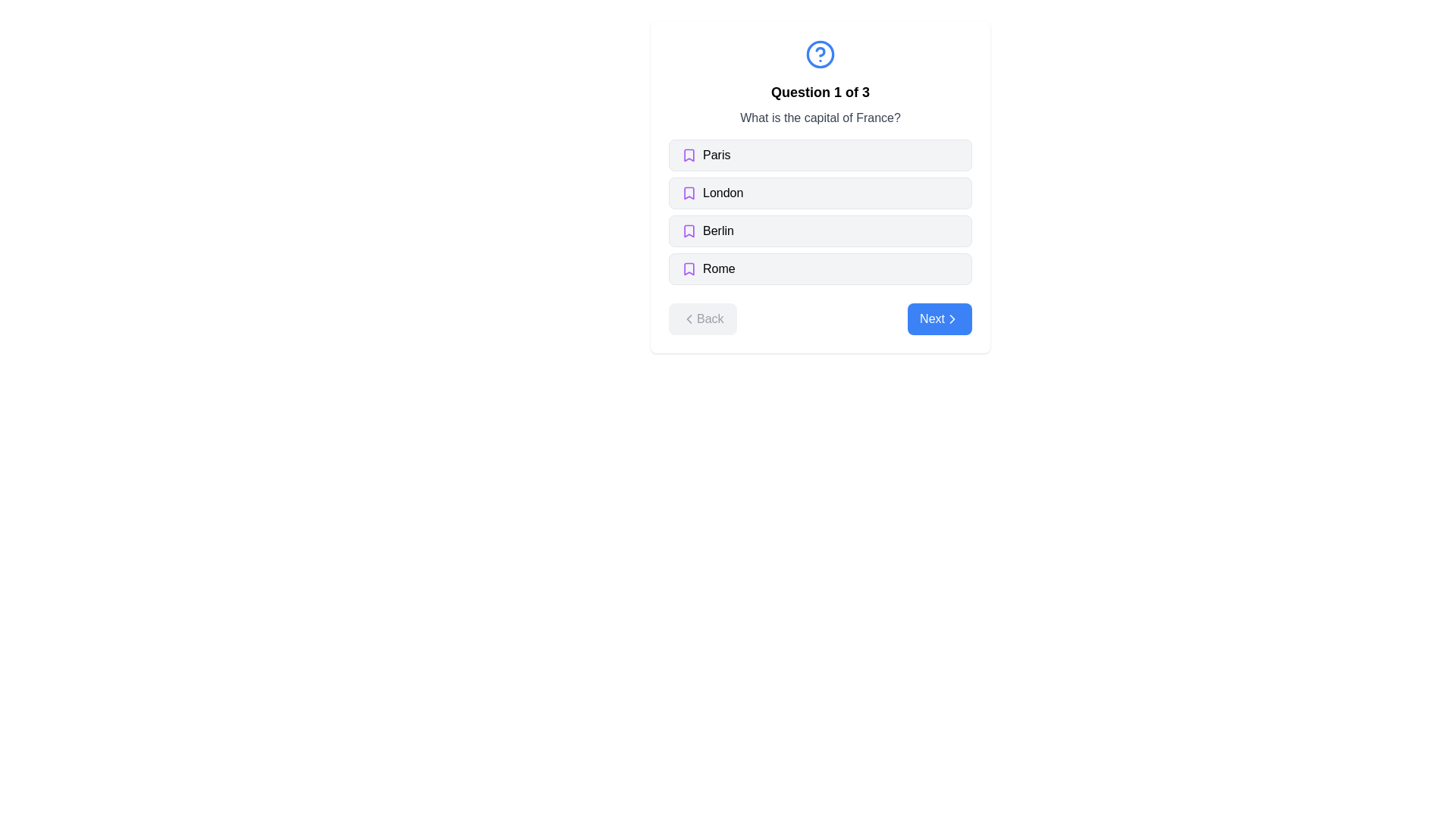 The width and height of the screenshot is (1456, 819). Describe the element at coordinates (688, 155) in the screenshot. I see `the bookmark icon adjacent to the 'Paris' option in the quiz, which visually denotes it as selected or recommended` at that location.